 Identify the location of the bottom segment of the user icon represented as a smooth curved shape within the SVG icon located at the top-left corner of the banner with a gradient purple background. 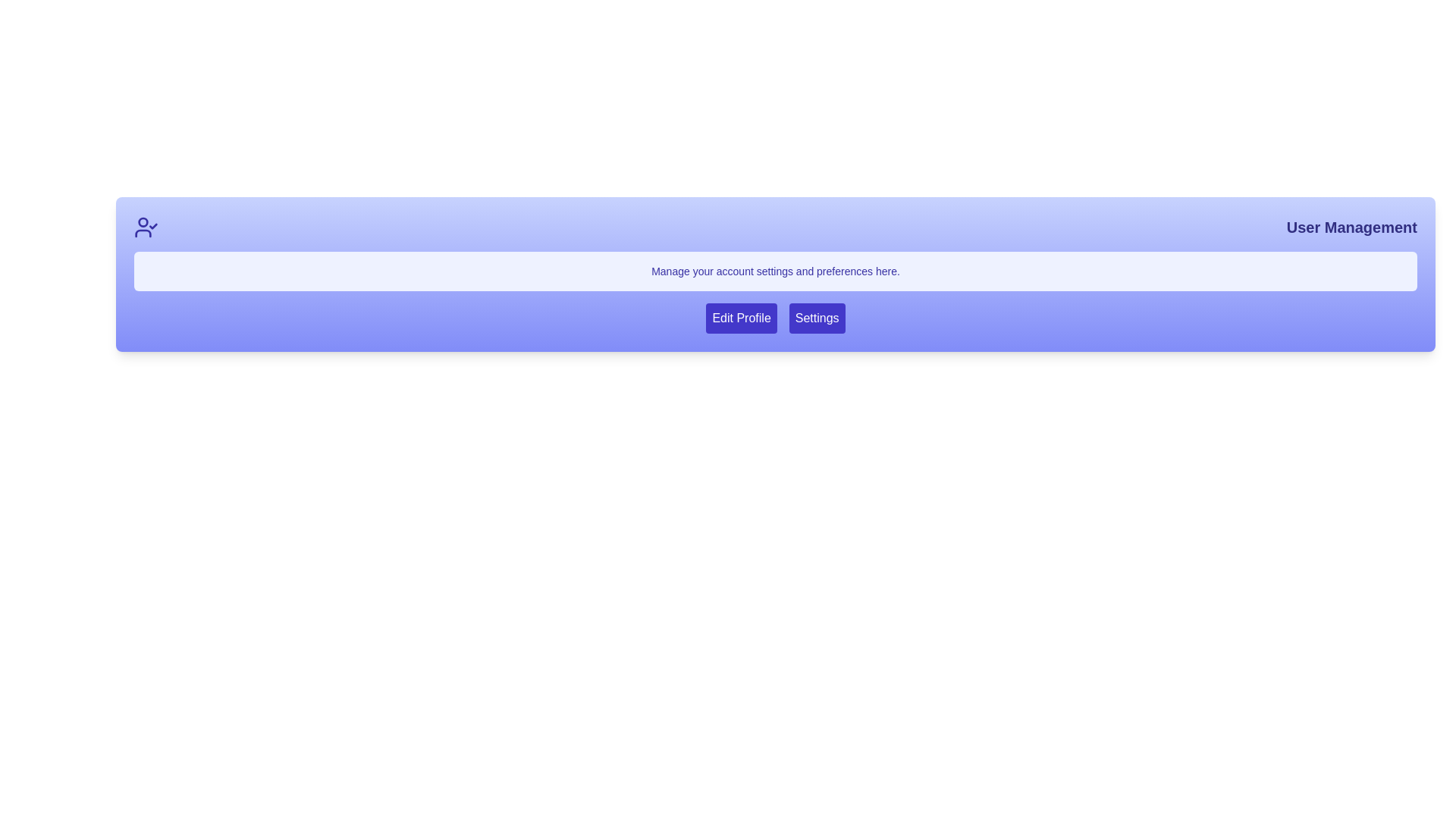
(143, 234).